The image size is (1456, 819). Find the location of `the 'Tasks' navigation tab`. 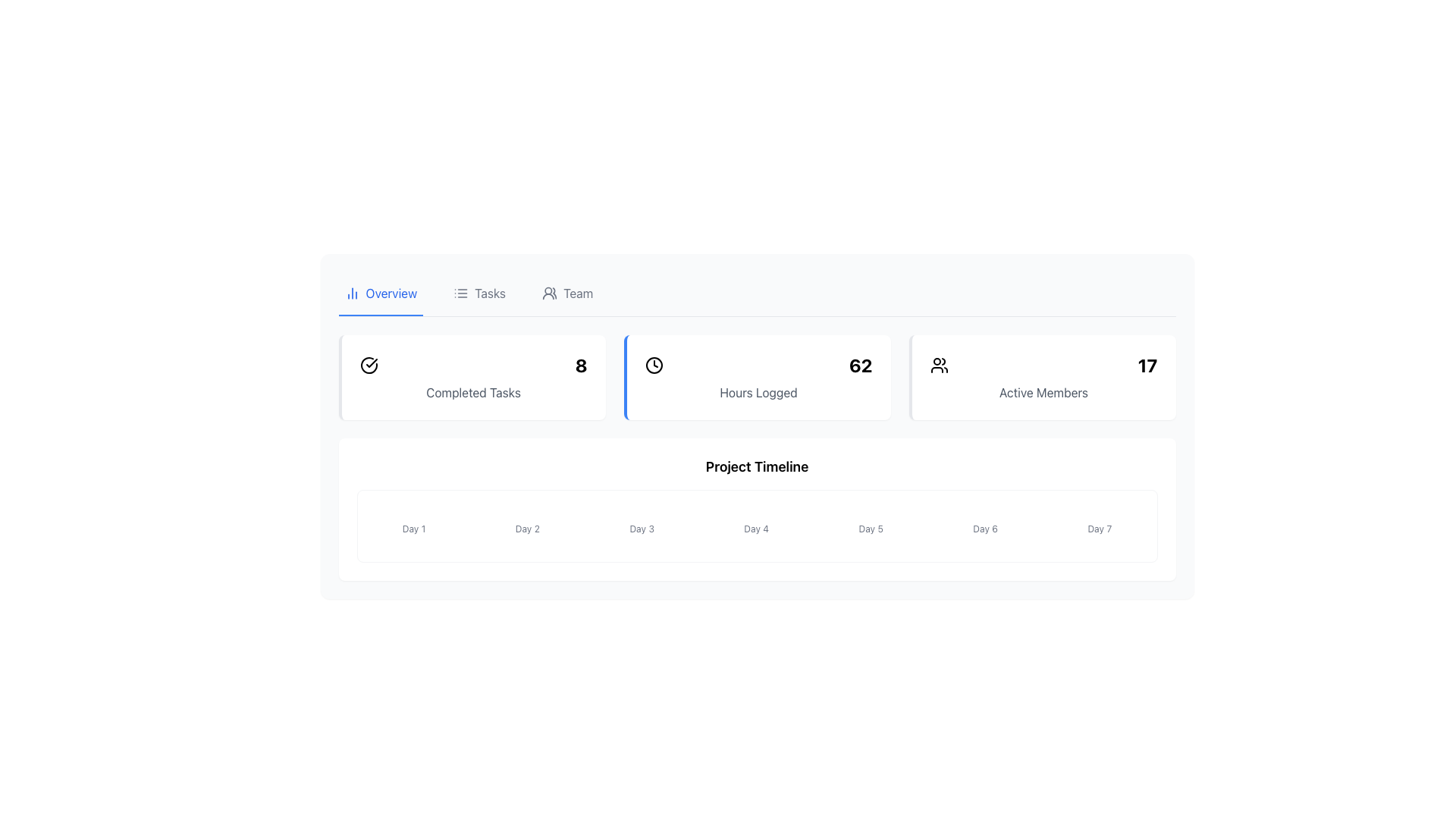

the 'Tasks' navigation tab is located at coordinates (479, 294).